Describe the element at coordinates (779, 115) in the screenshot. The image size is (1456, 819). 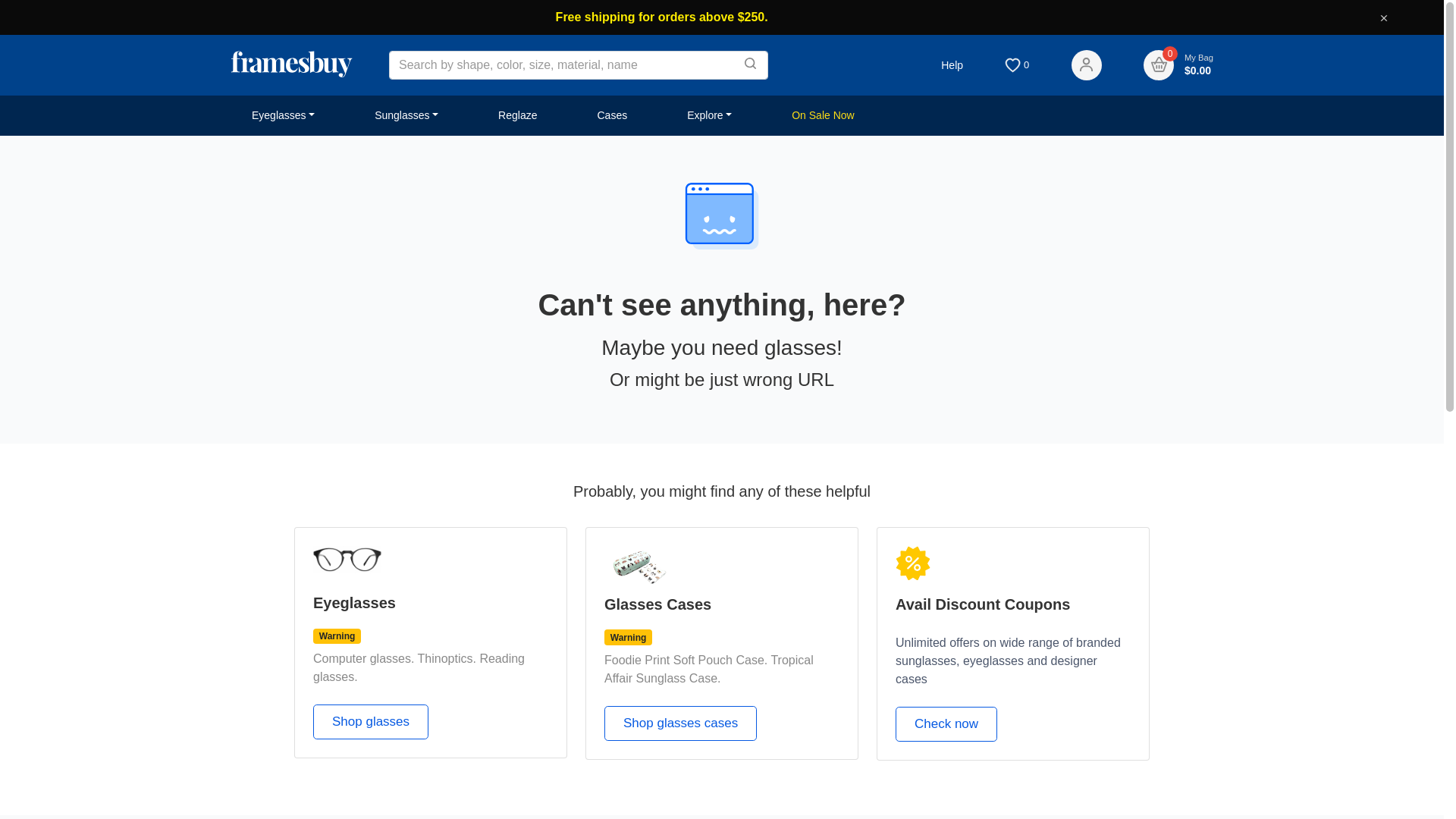
I see `'On Sale Now'` at that location.